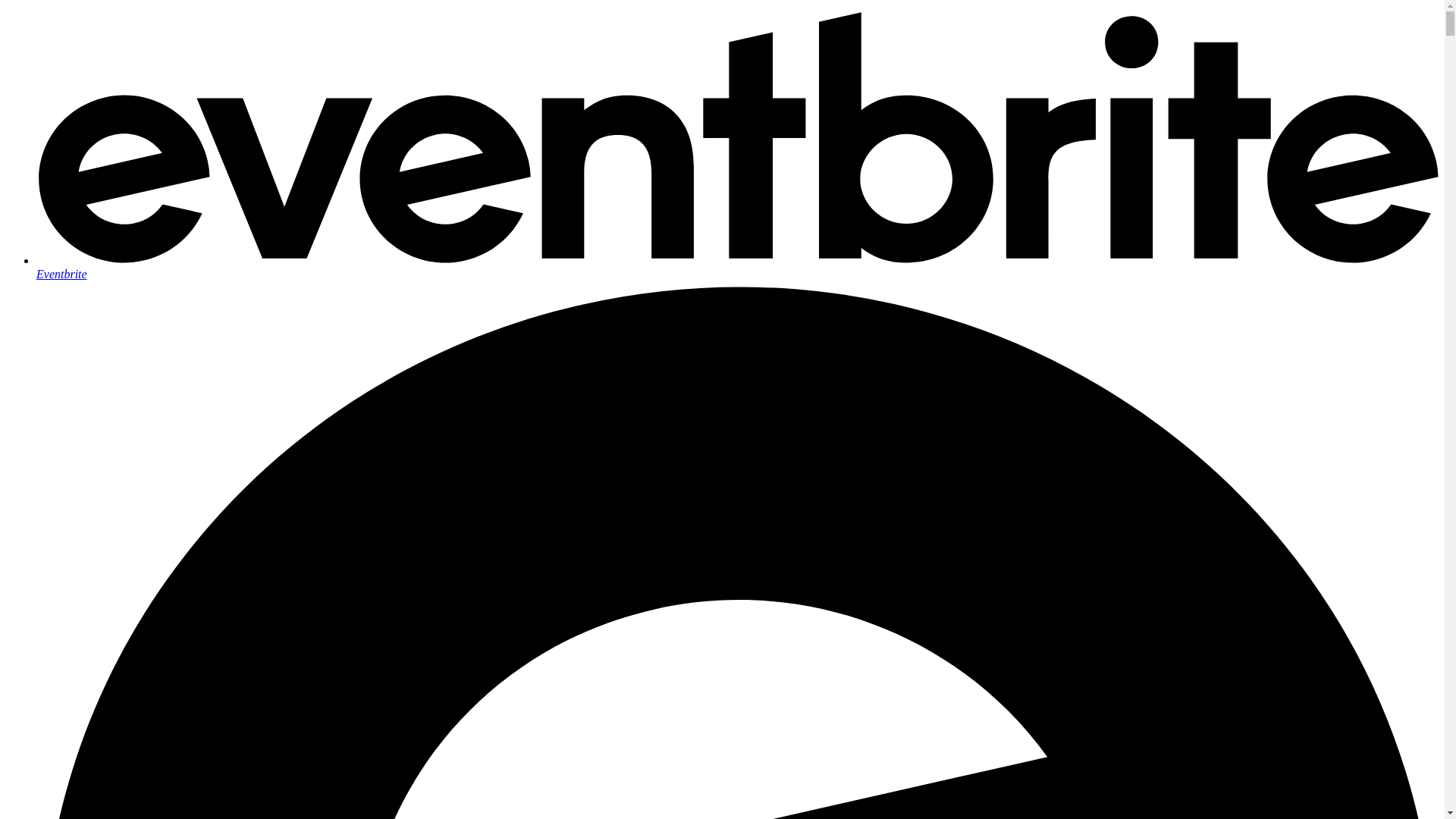 This screenshot has width=1456, height=819. I want to click on 'Eventbrite', so click(737, 266).